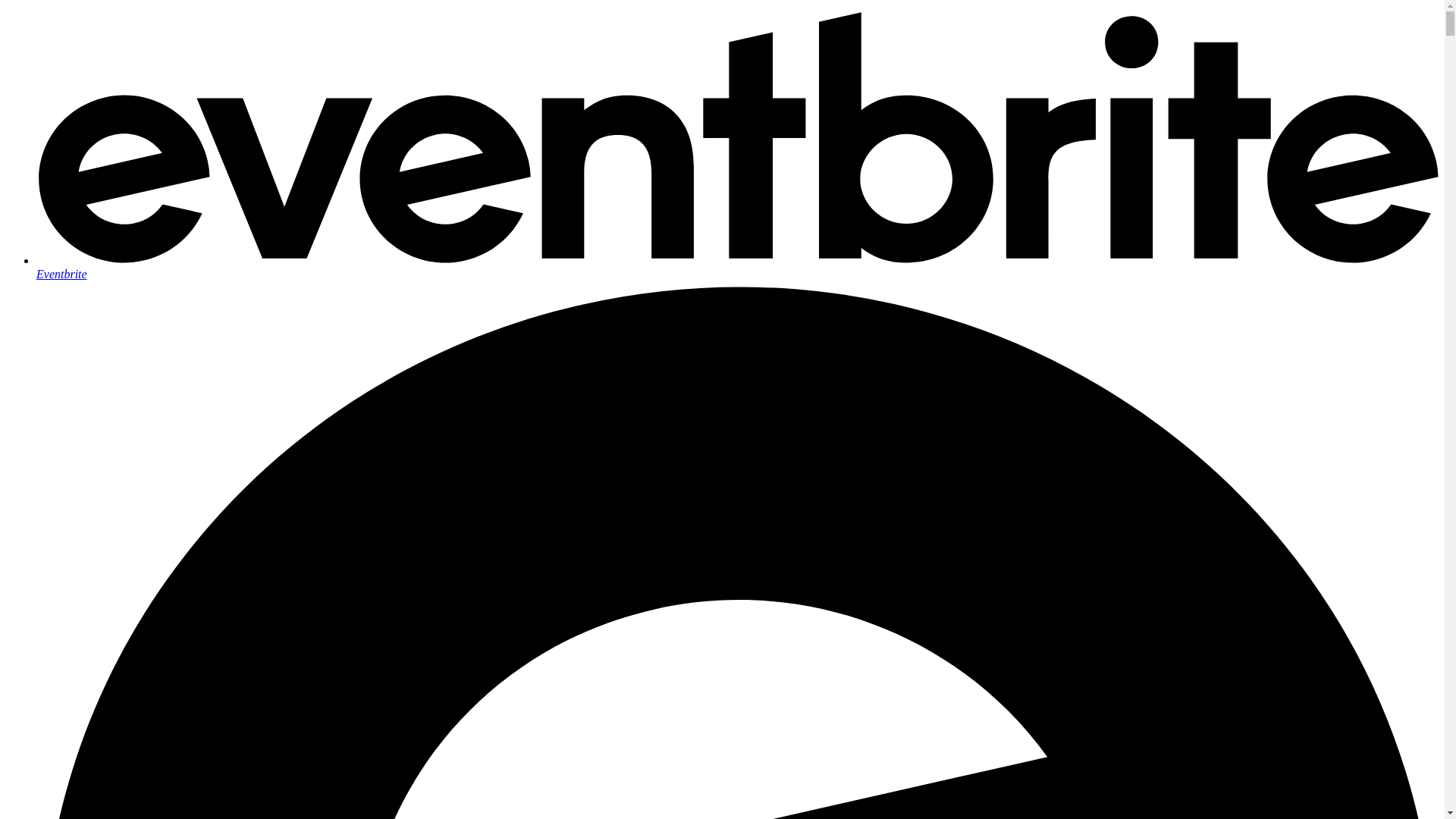 This screenshot has width=1456, height=819. I want to click on 'Eventbrite', so click(737, 266).